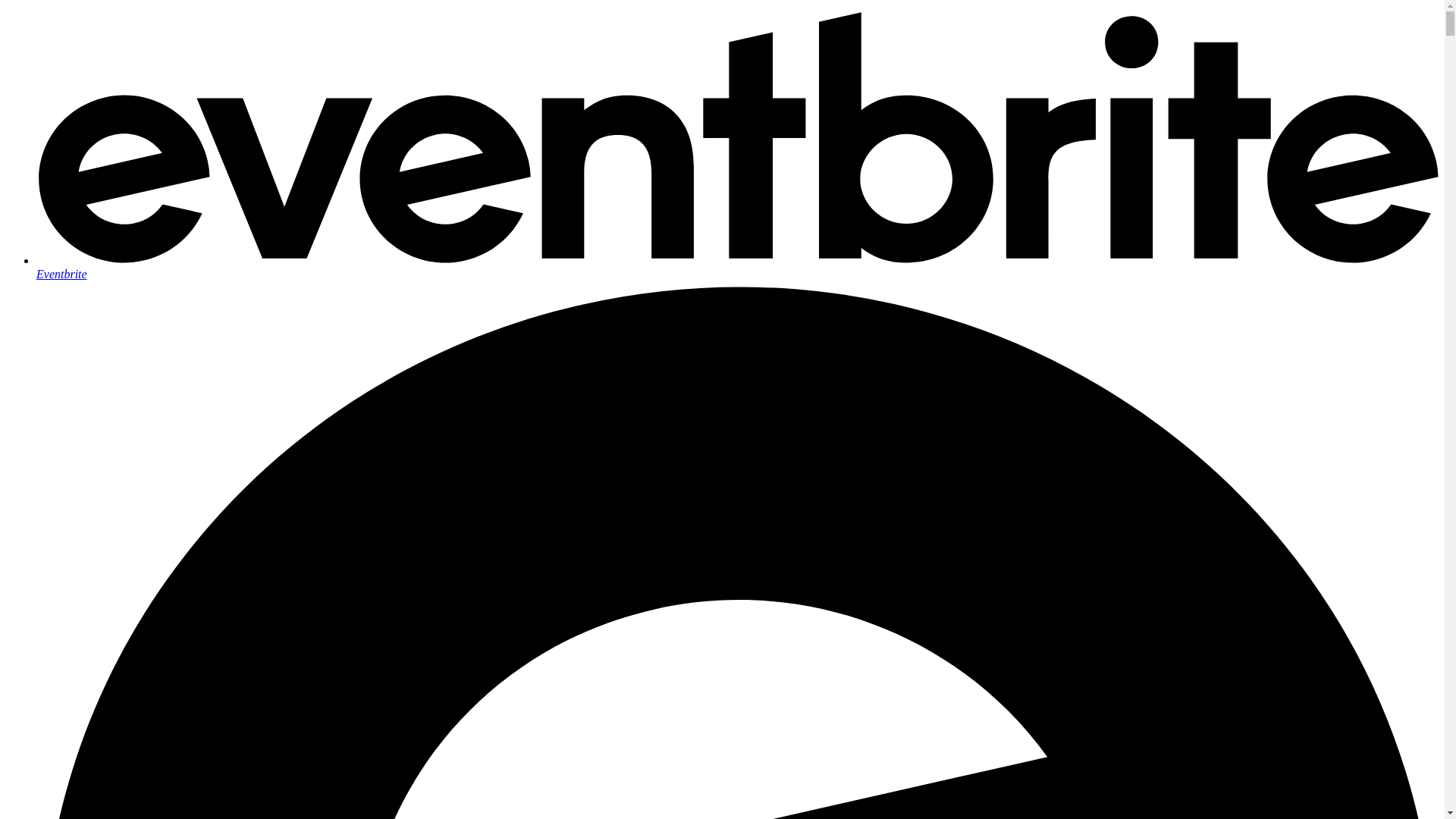 This screenshot has width=1456, height=819. I want to click on 'Eventbrite', so click(737, 266).